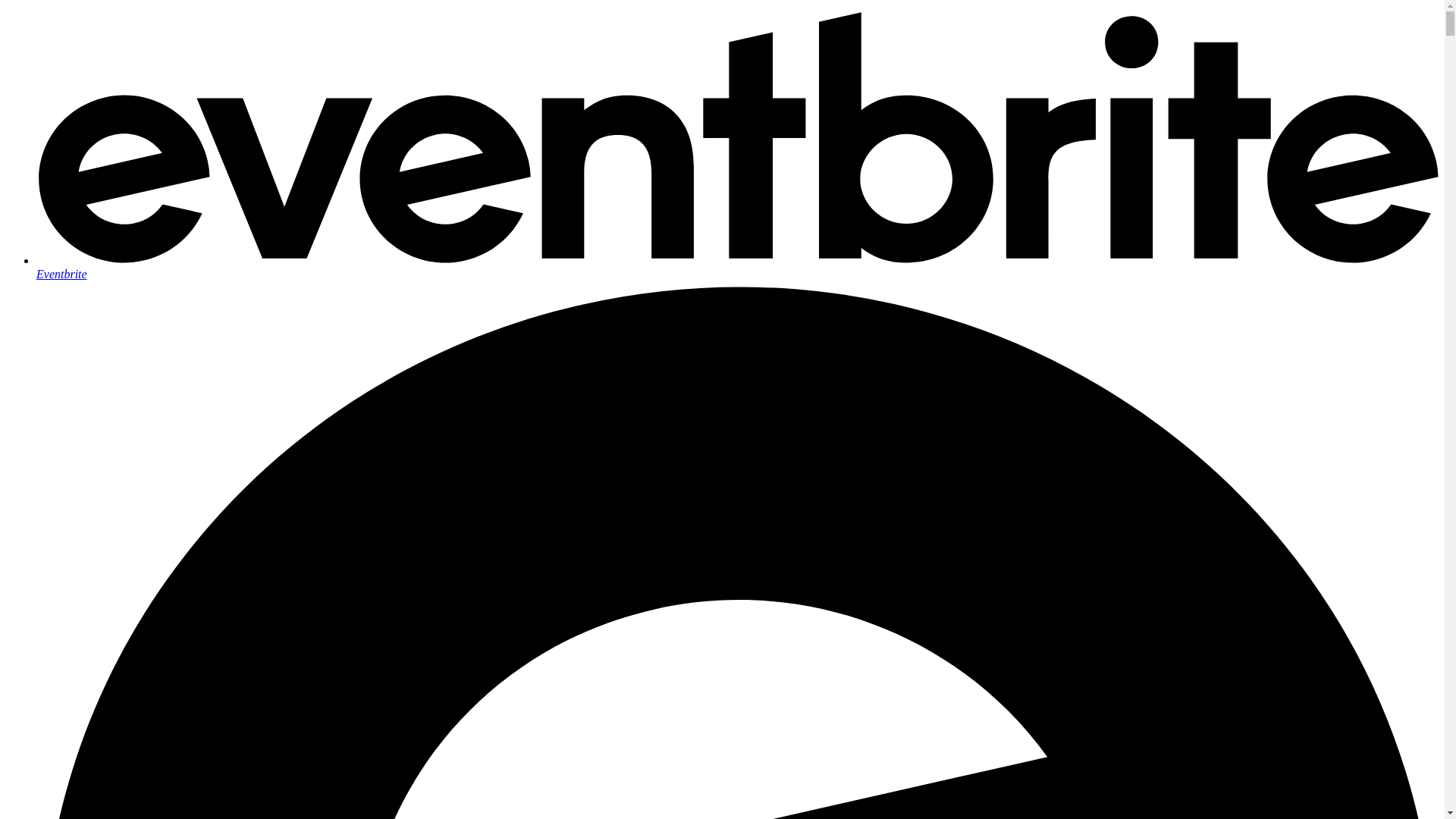 This screenshot has width=1456, height=819. I want to click on 'Eventbrite', so click(737, 266).